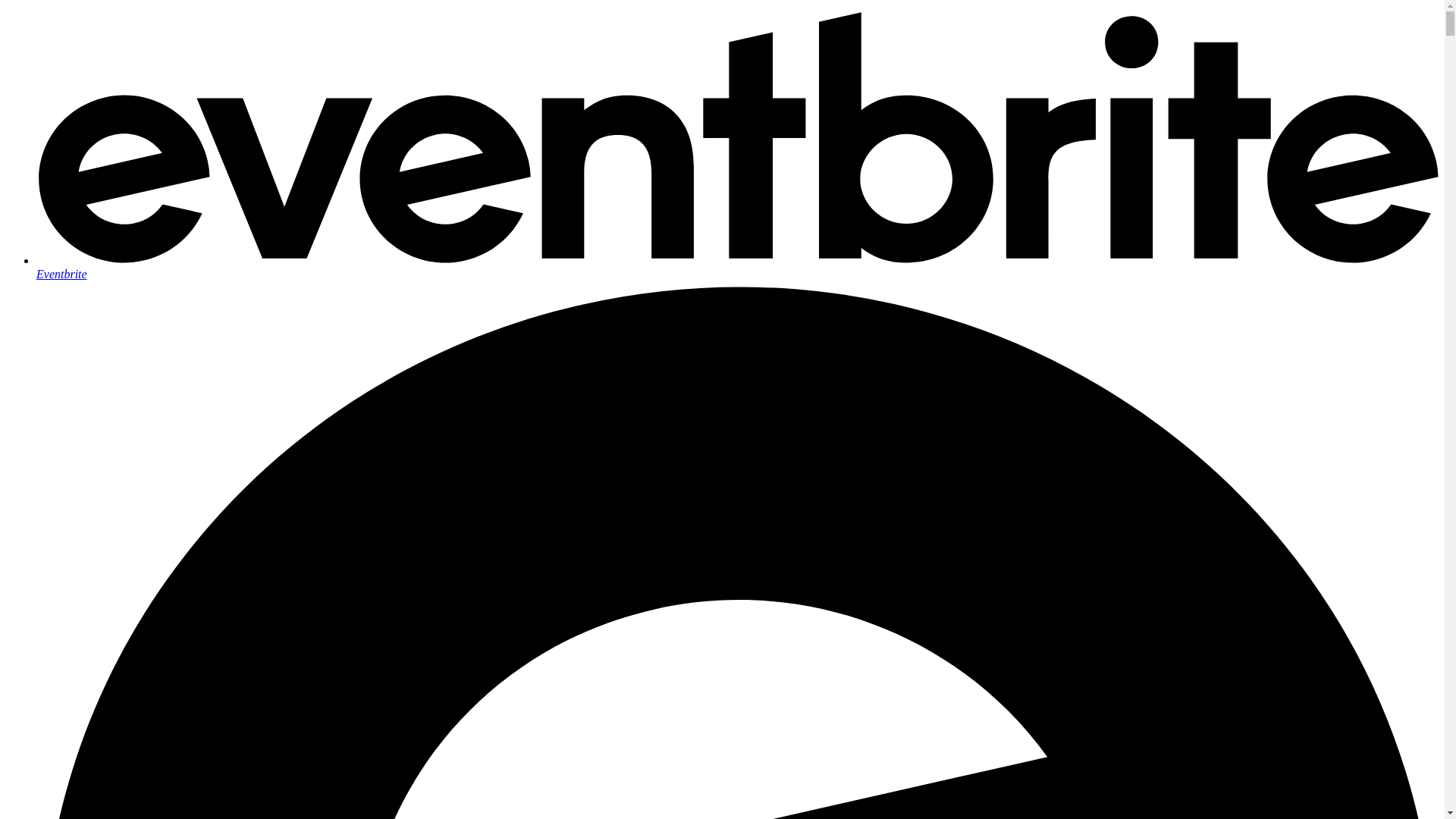 This screenshot has width=1456, height=819. I want to click on 'Eventbrite', so click(737, 266).